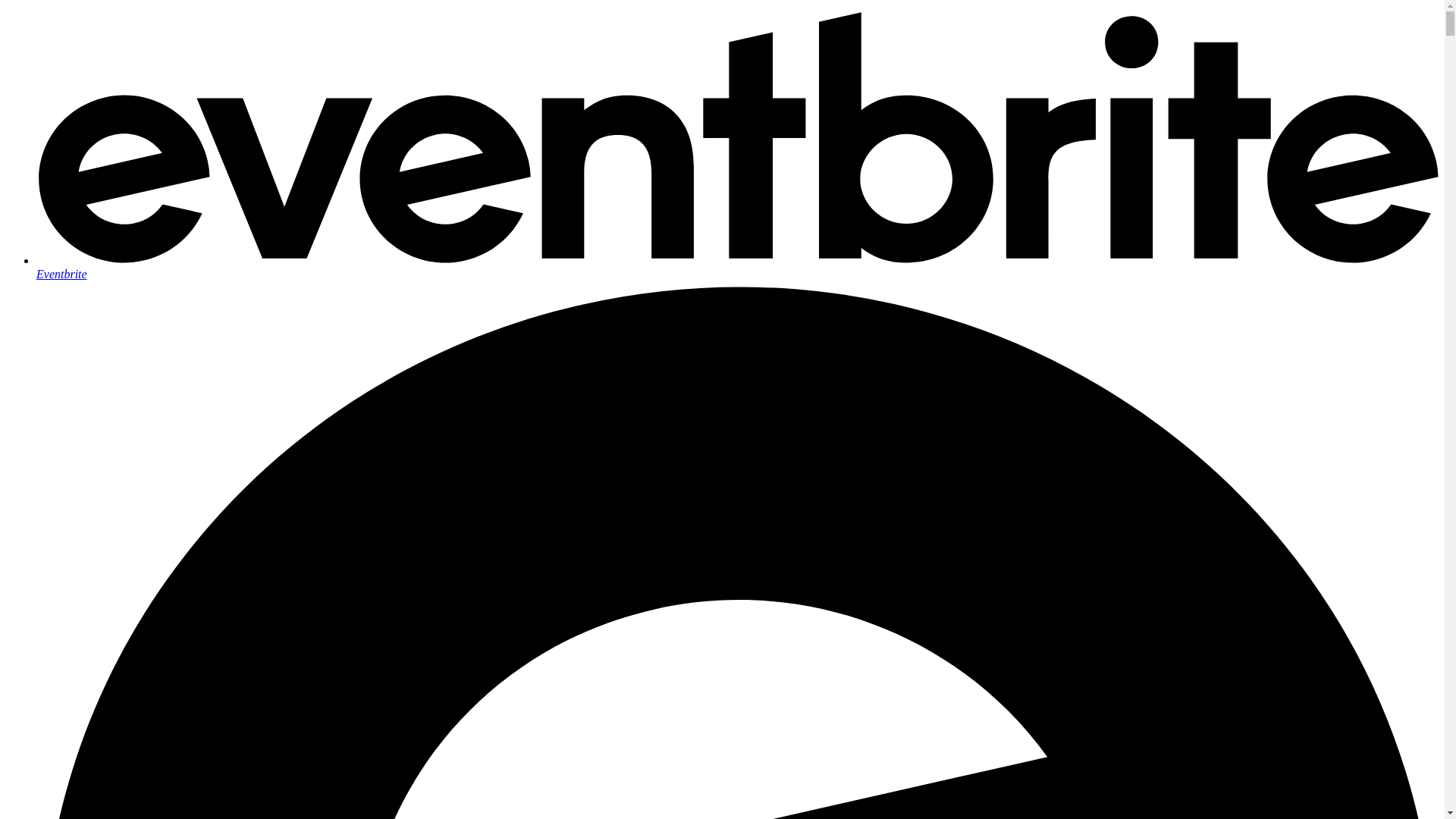 This screenshot has width=1456, height=819. I want to click on 'Eventbrite', so click(737, 266).